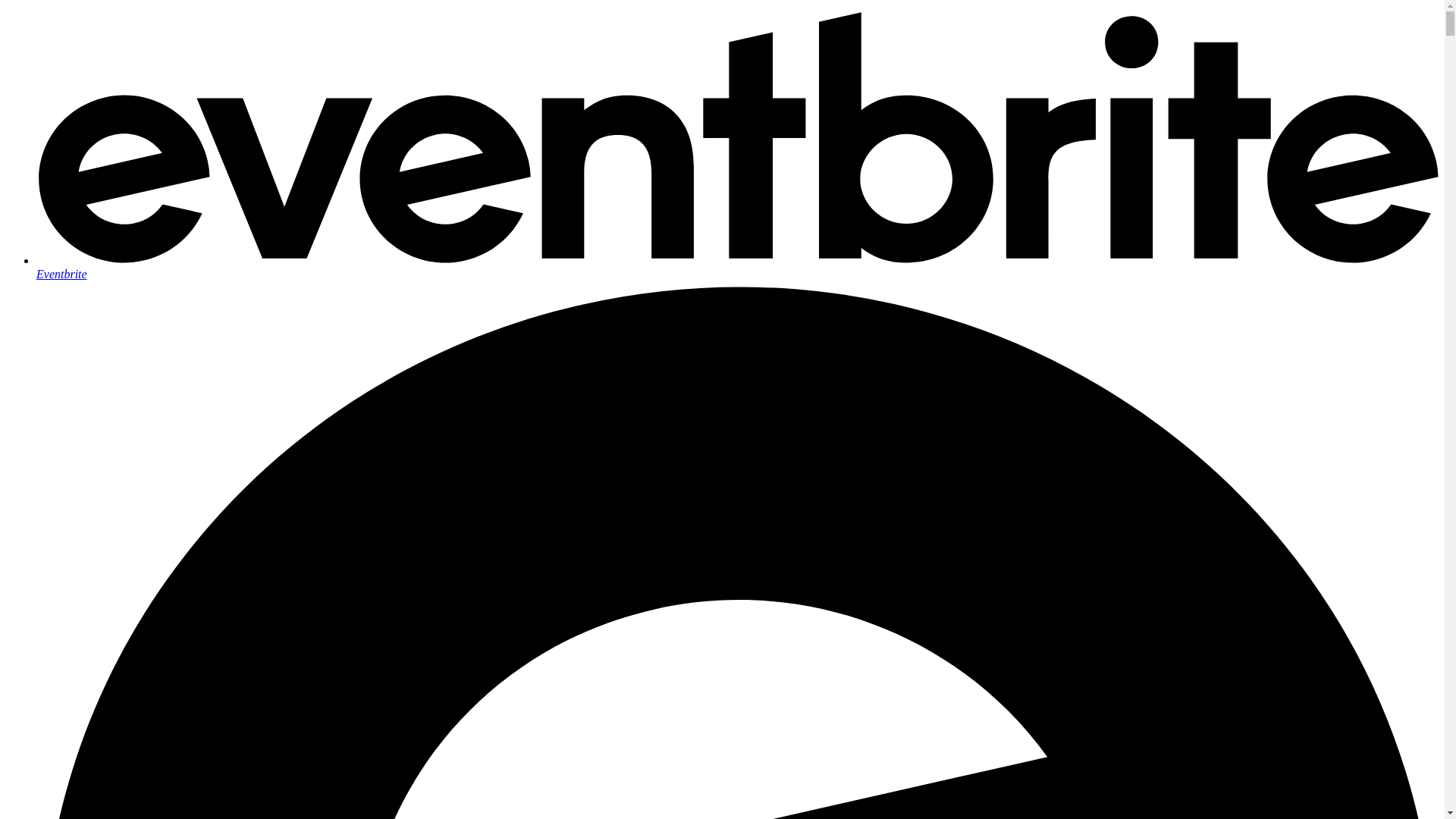 This screenshot has width=1456, height=819. I want to click on 'Eventbrite', so click(737, 266).